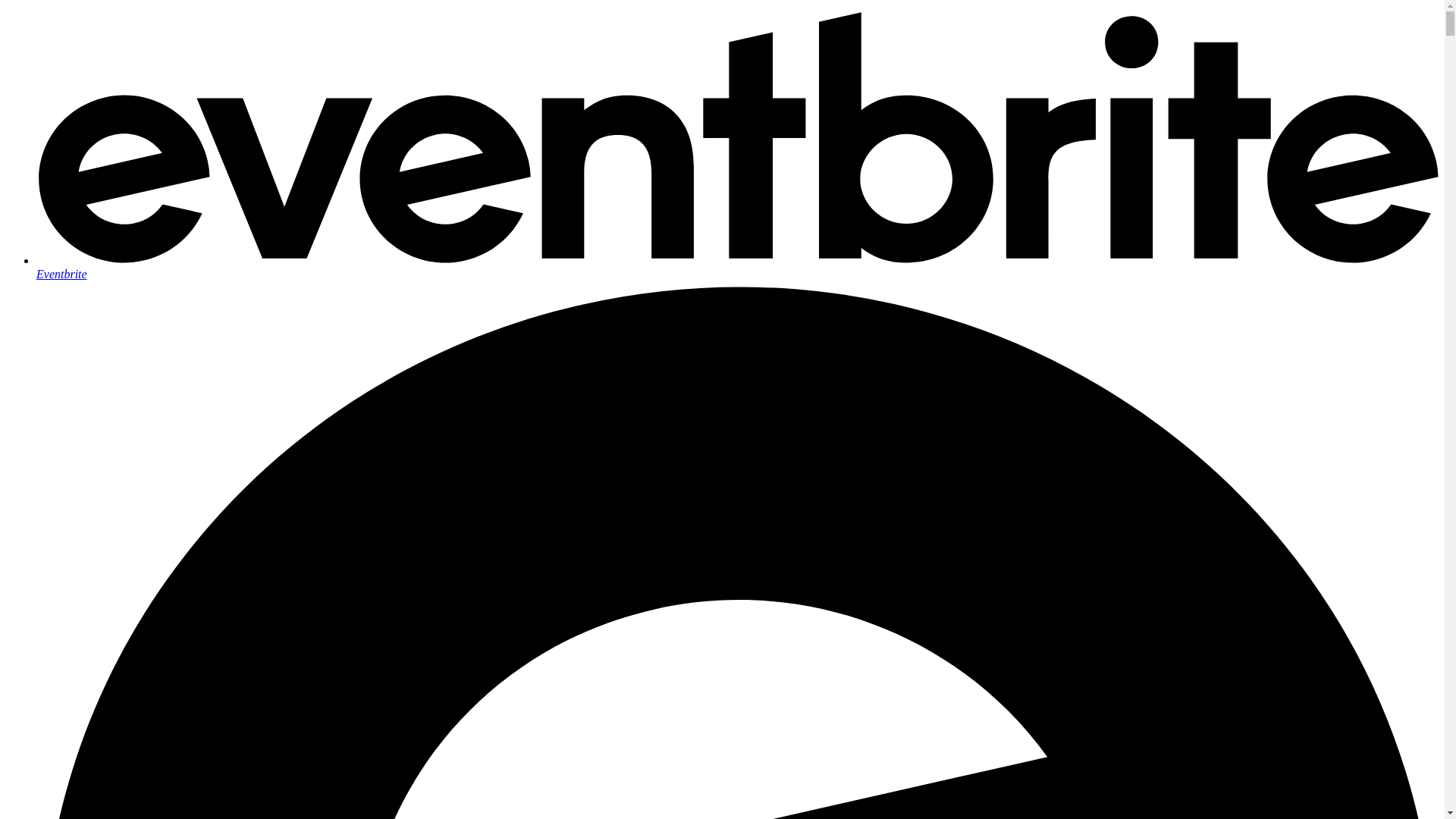 This screenshot has width=1456, height=819. I want to click on 'Eventbrite', so click(737, 266).